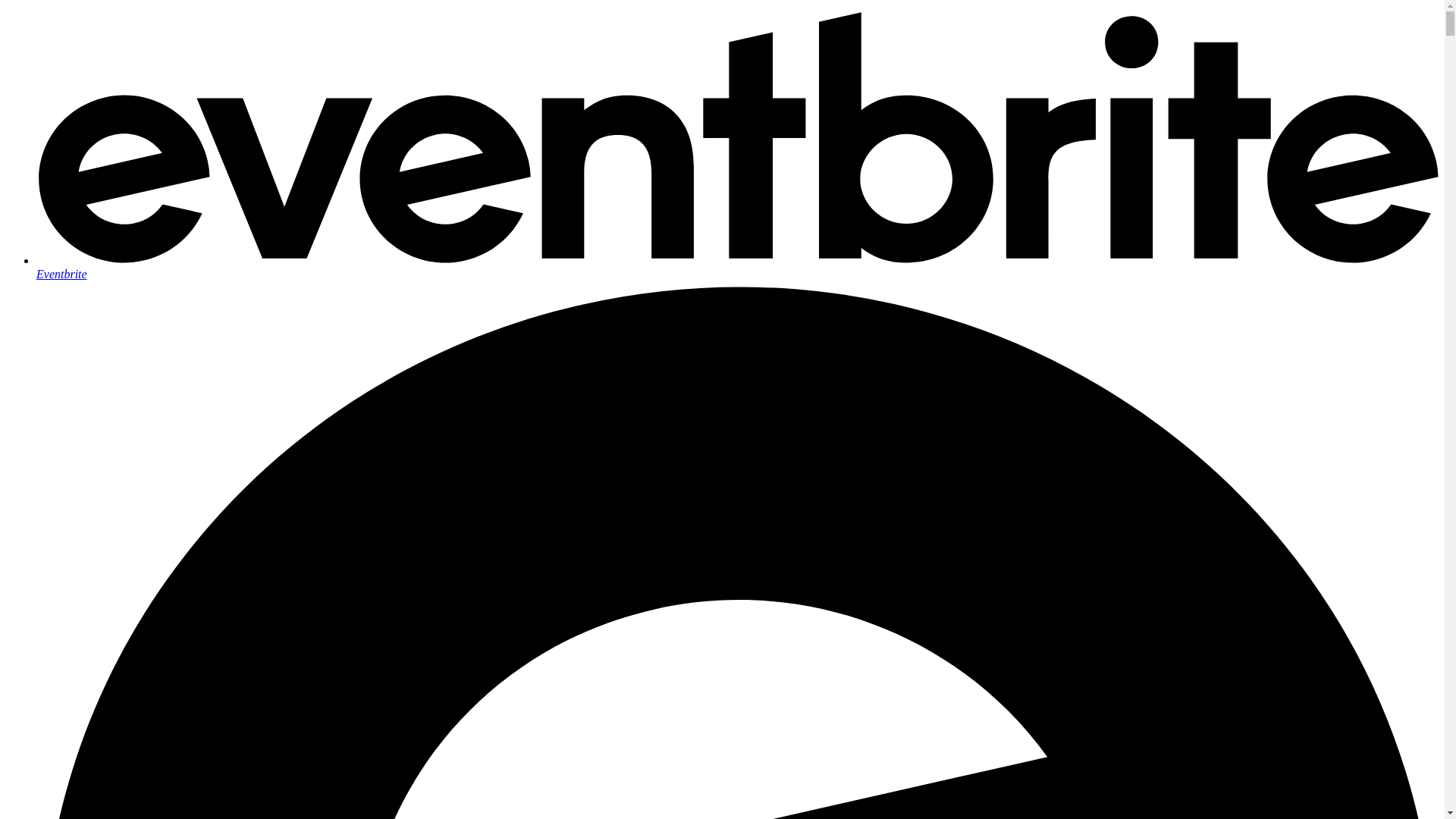 This screenshot has width=1456, height=819. I want to click on 'Eventbrite', so click(737, 266).